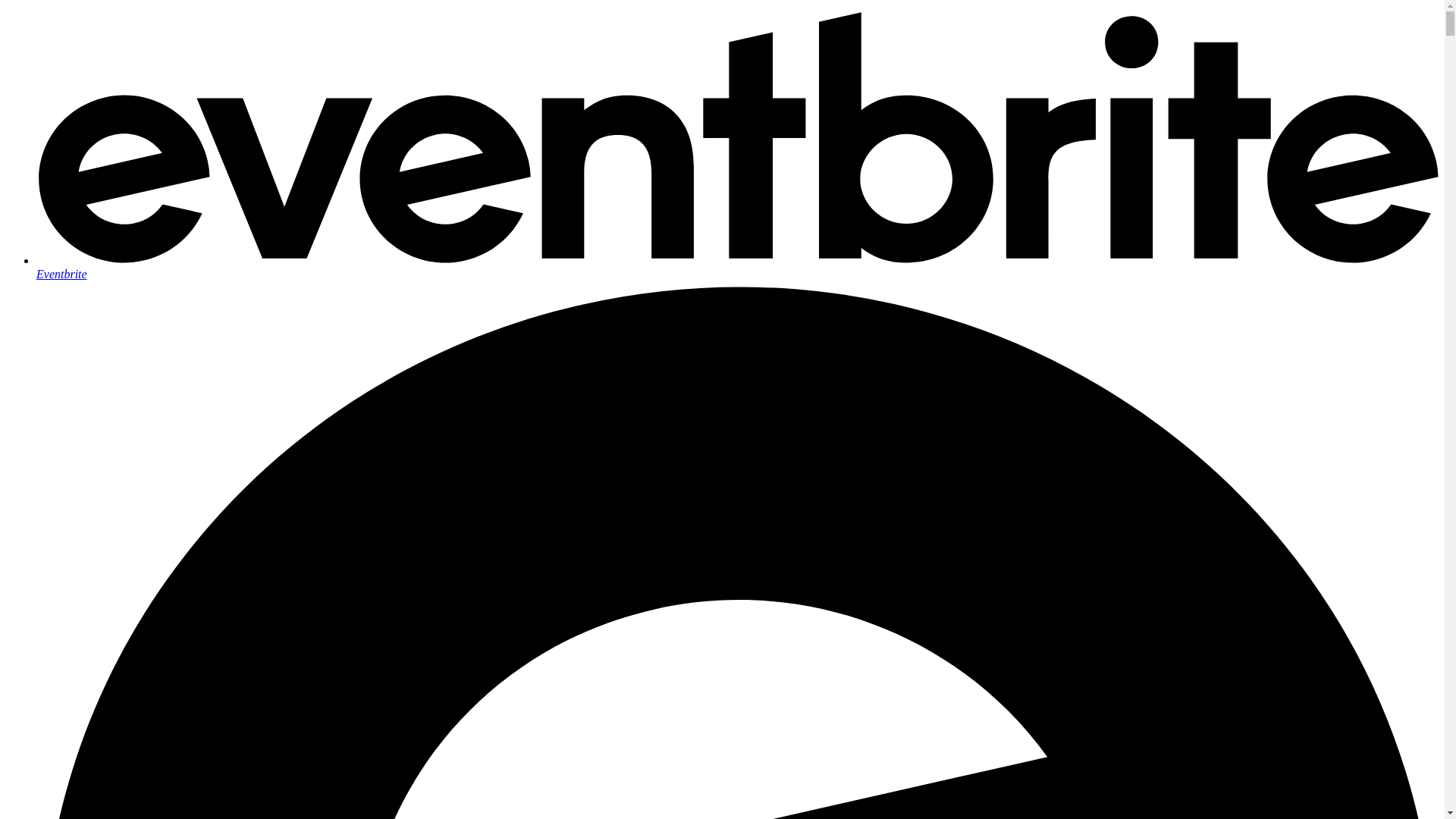 This screenshot has width=1456, height=819. I want to click on 'Eventbrite', so click(737, 266).